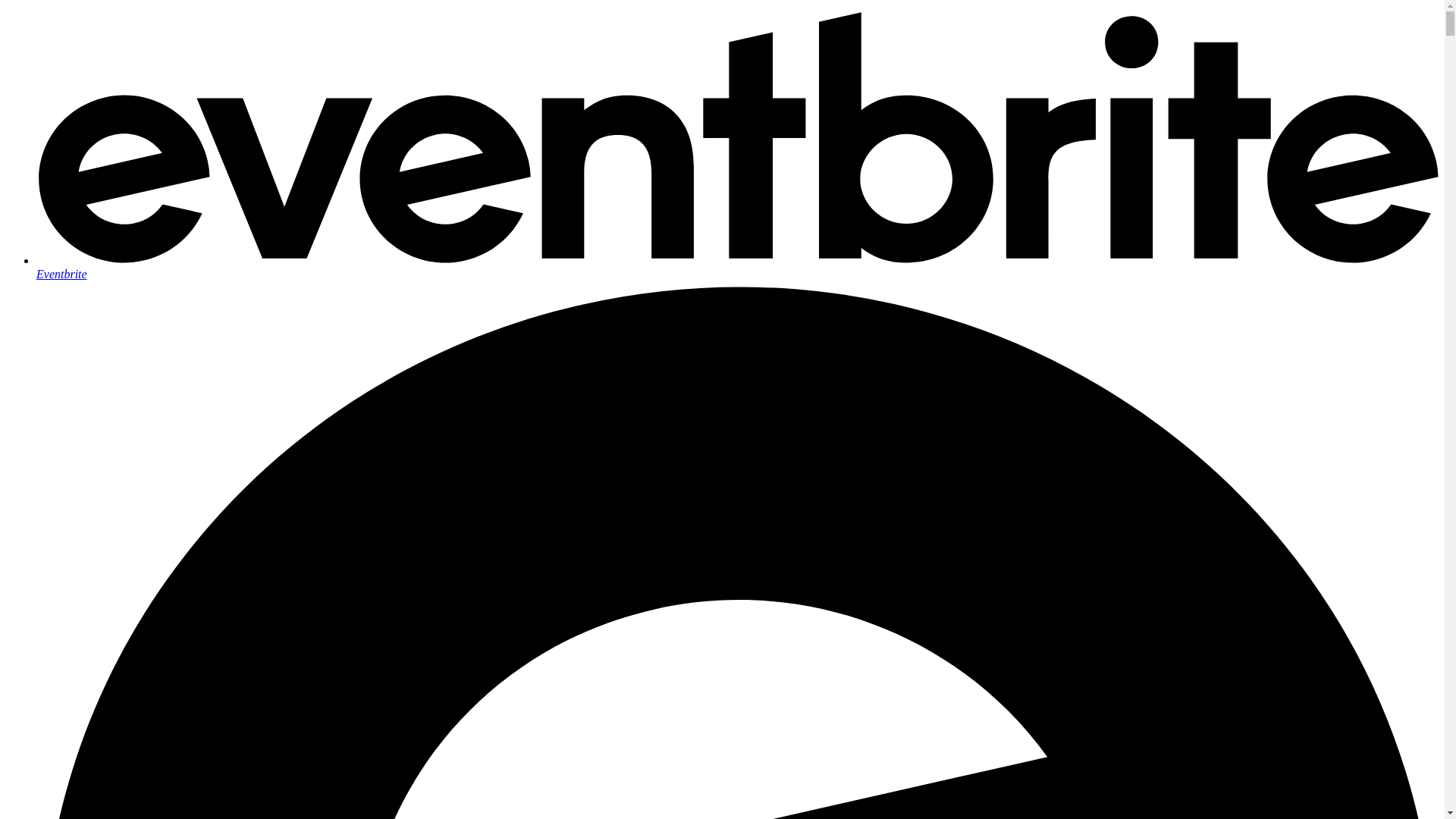 This screenshot has width=1456, height=819. I want to click on 'Eventbrite', so click(737, 266).